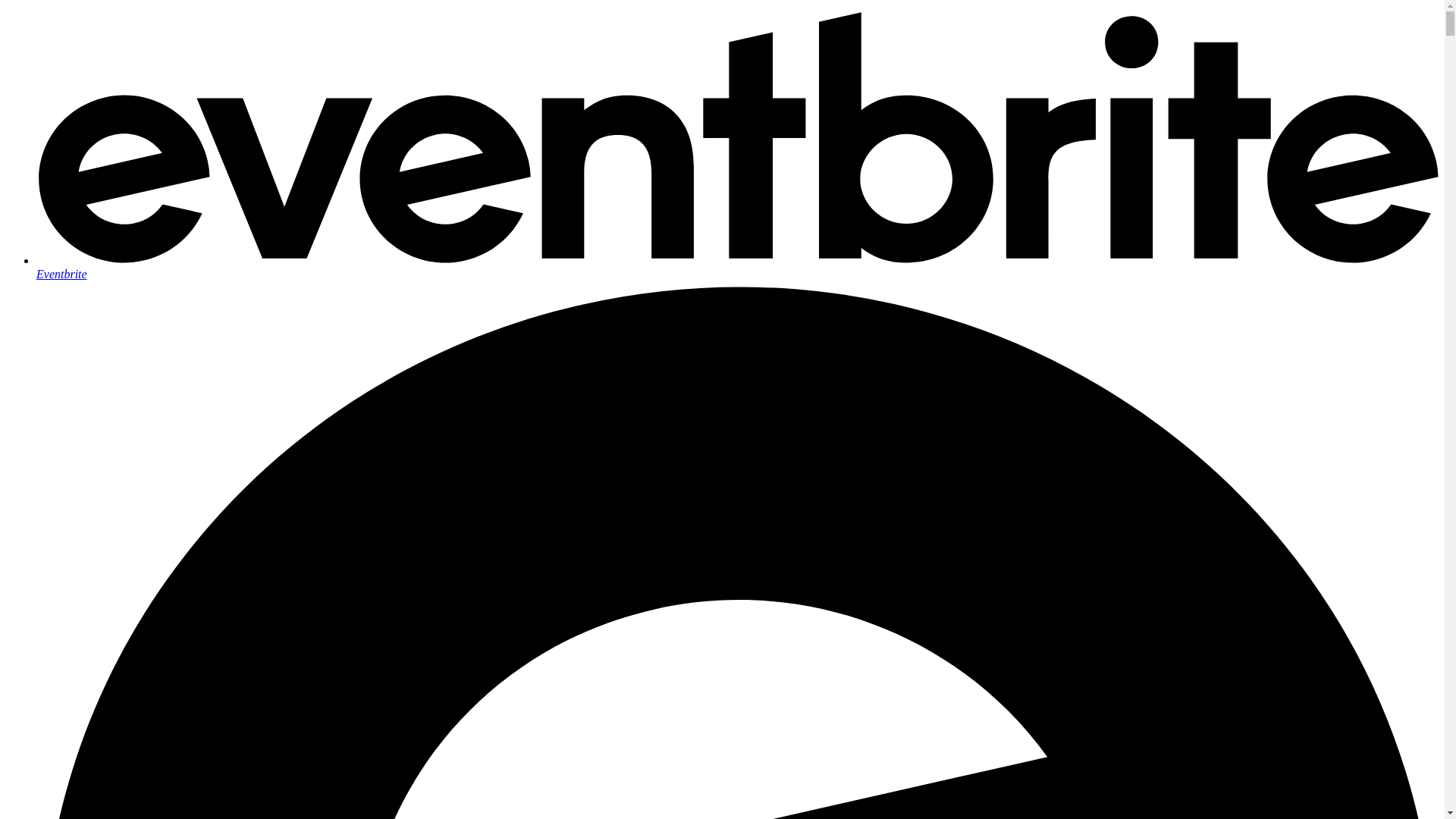 This screenshot has width=1456, height=819. I want to click on 'Eventbrite', so click(737, 266).